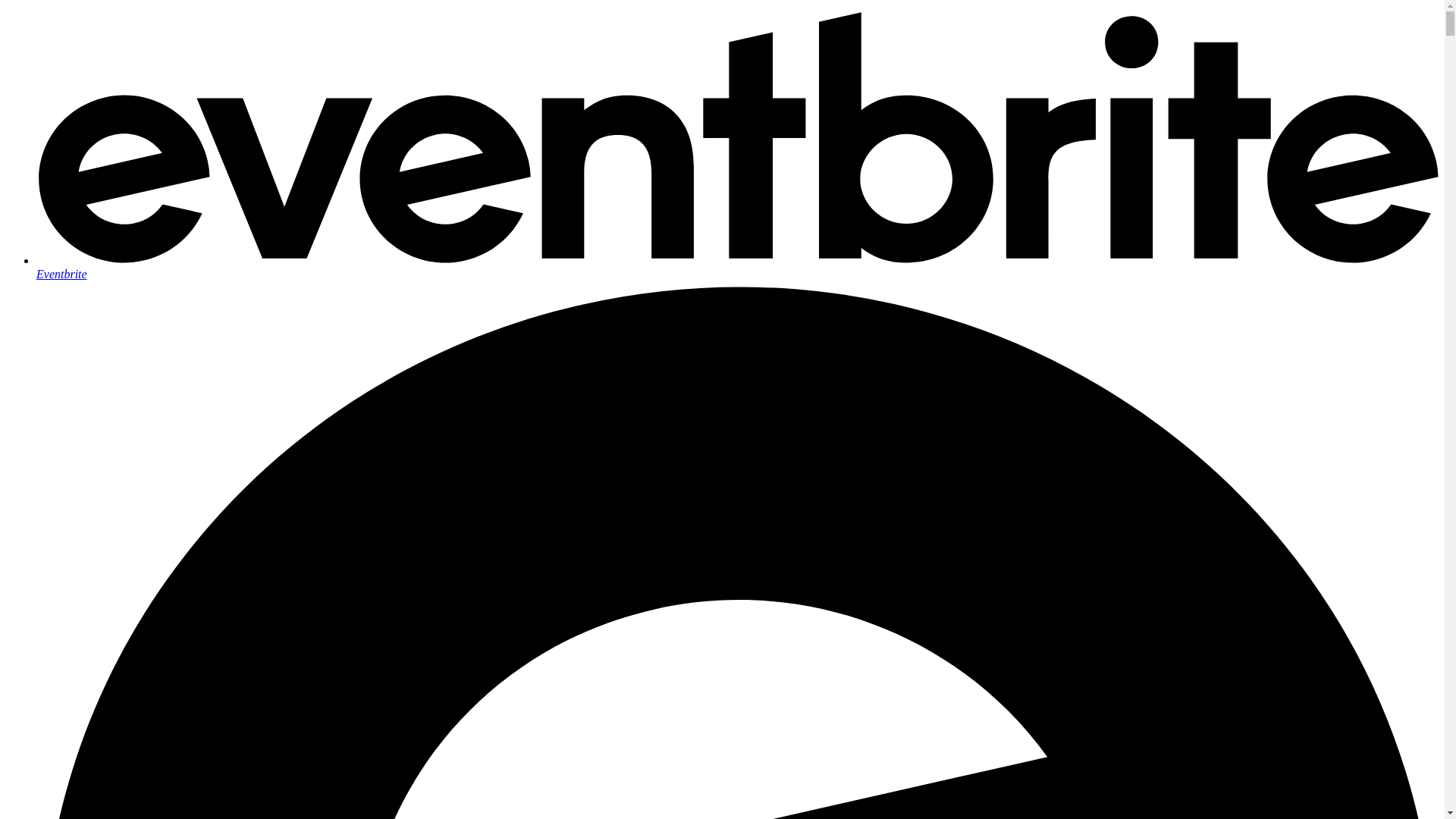 This screenshot has width=1456, height=819. I want to click on 'Eventbrite', so click(737, 266).